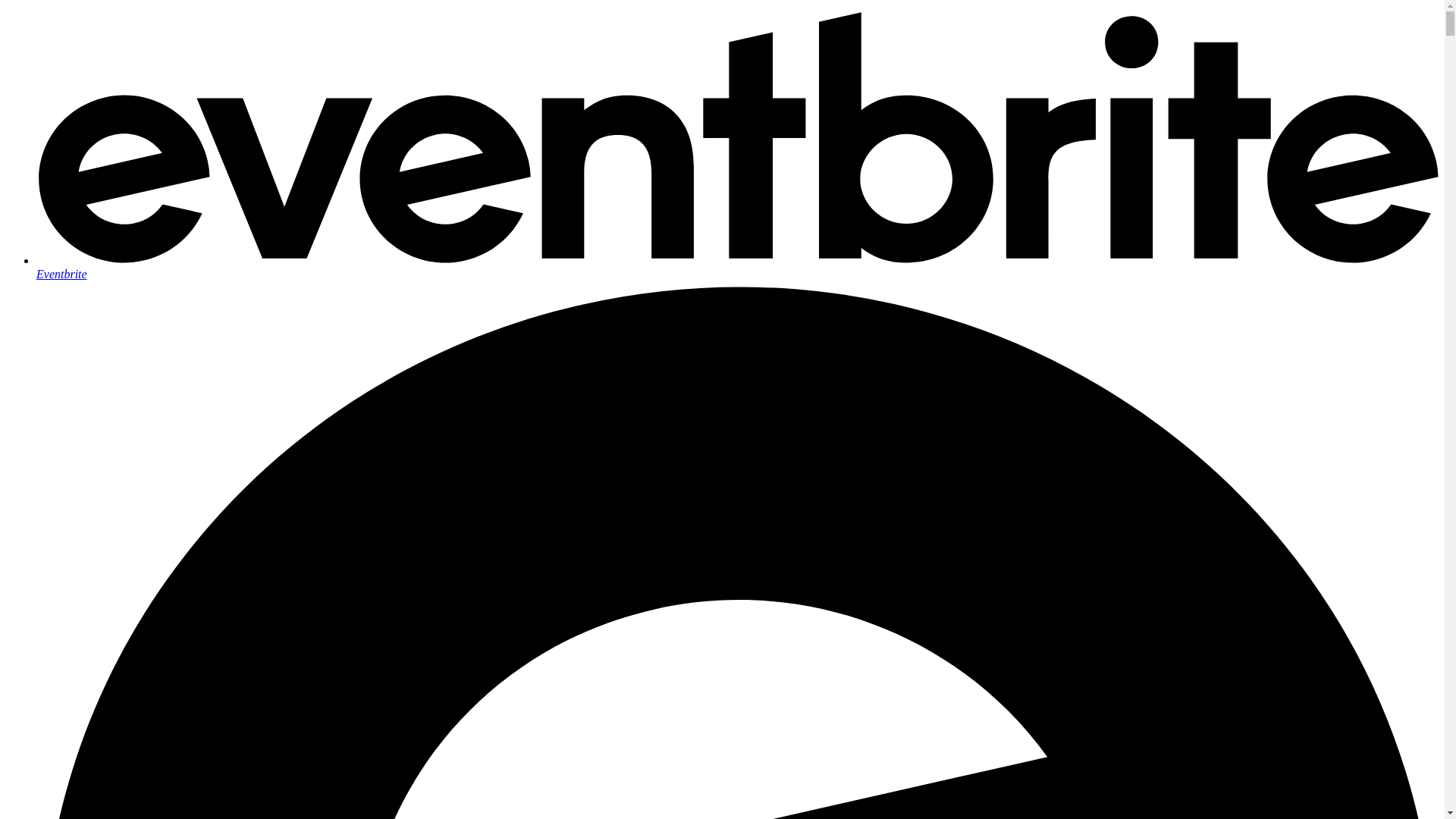 This screenshot has width=1456, height=819. I want to click on 'Eventbrite', so click(737, 266).